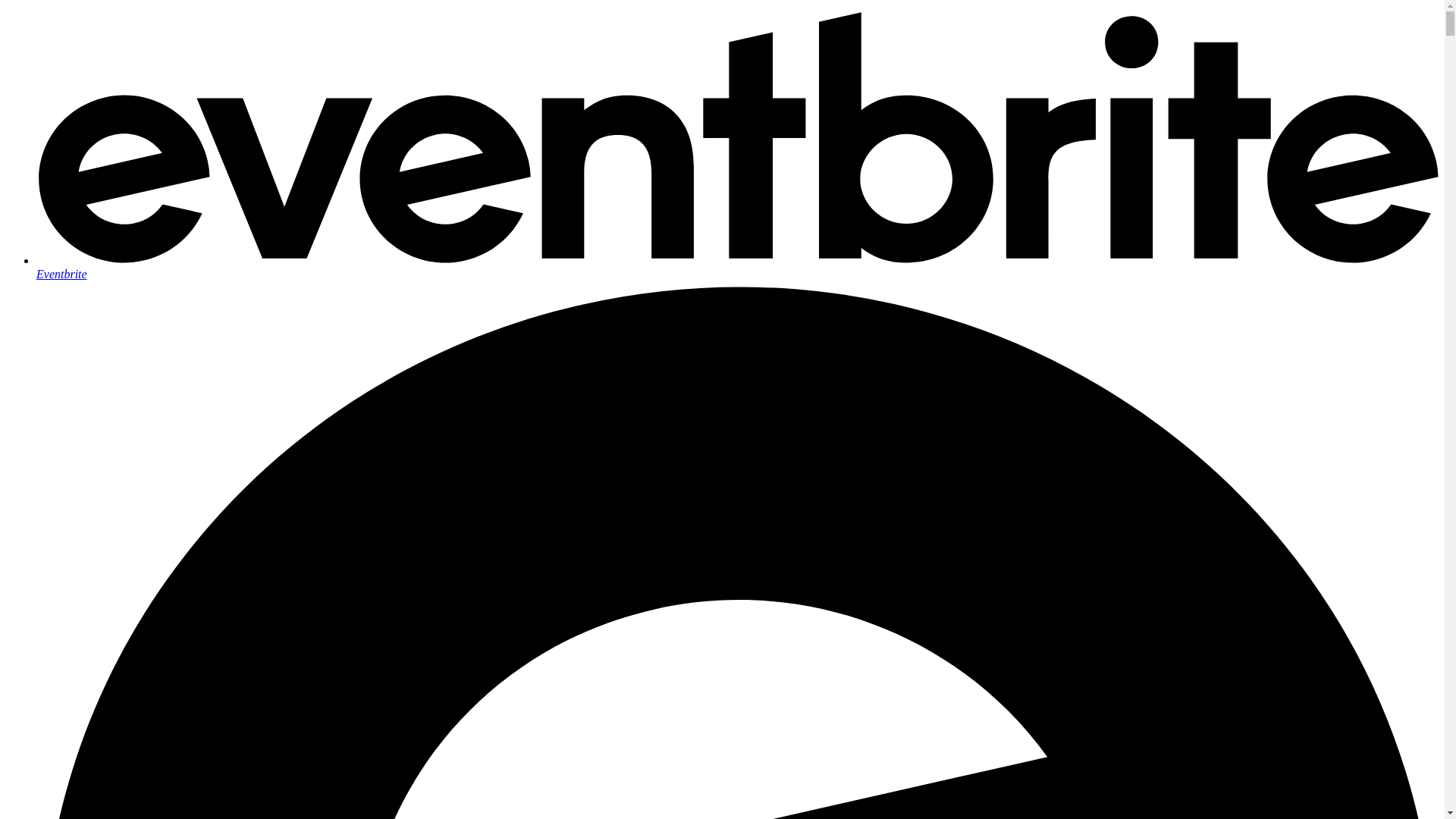 This screenshot has width=1456, height=819. I want to click on 'Eventbrite', so click(737, 266).